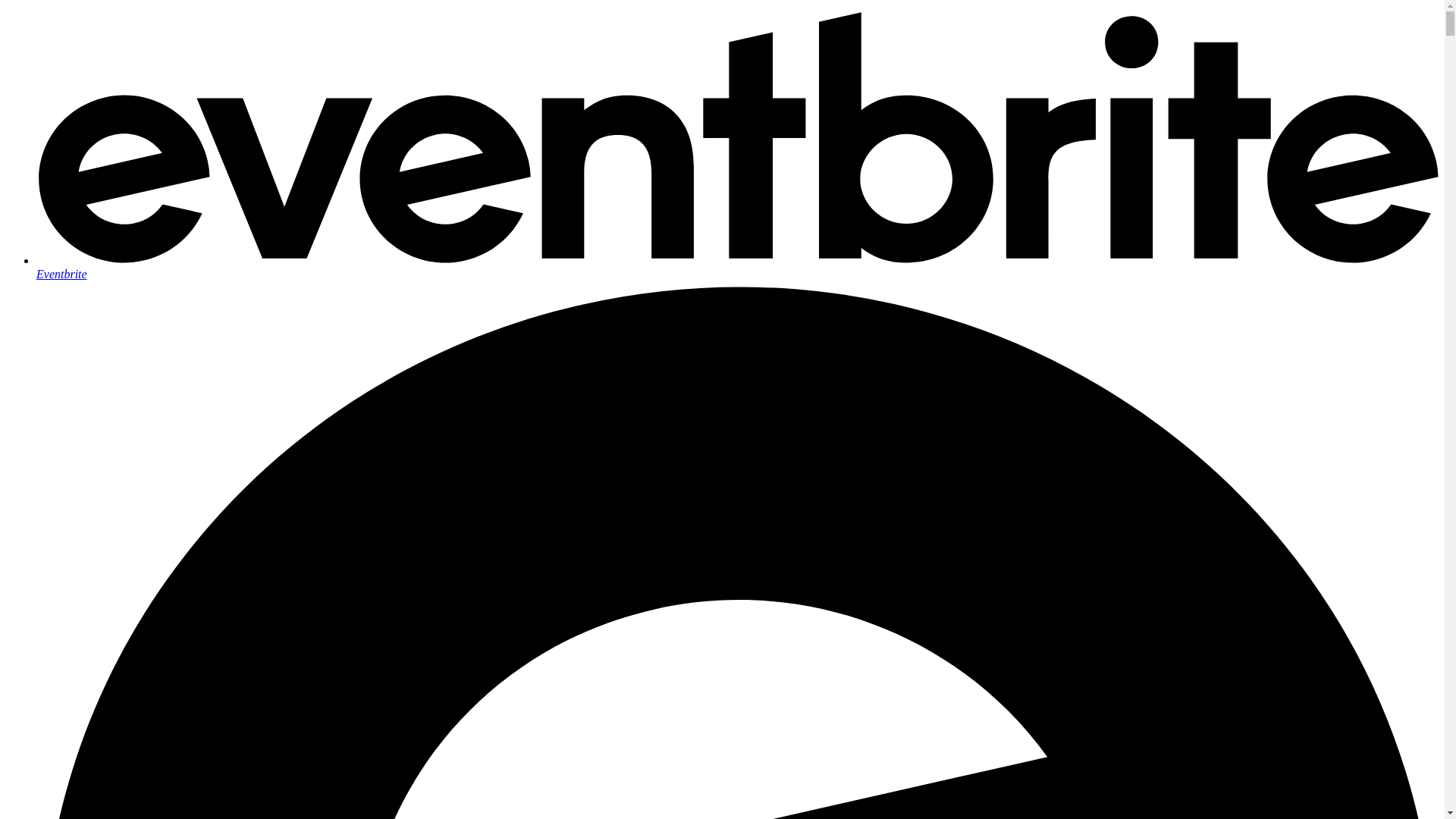 This screenshot has width=1456, height=819. I want to click on 'Eventbrite', so click(737, 266).